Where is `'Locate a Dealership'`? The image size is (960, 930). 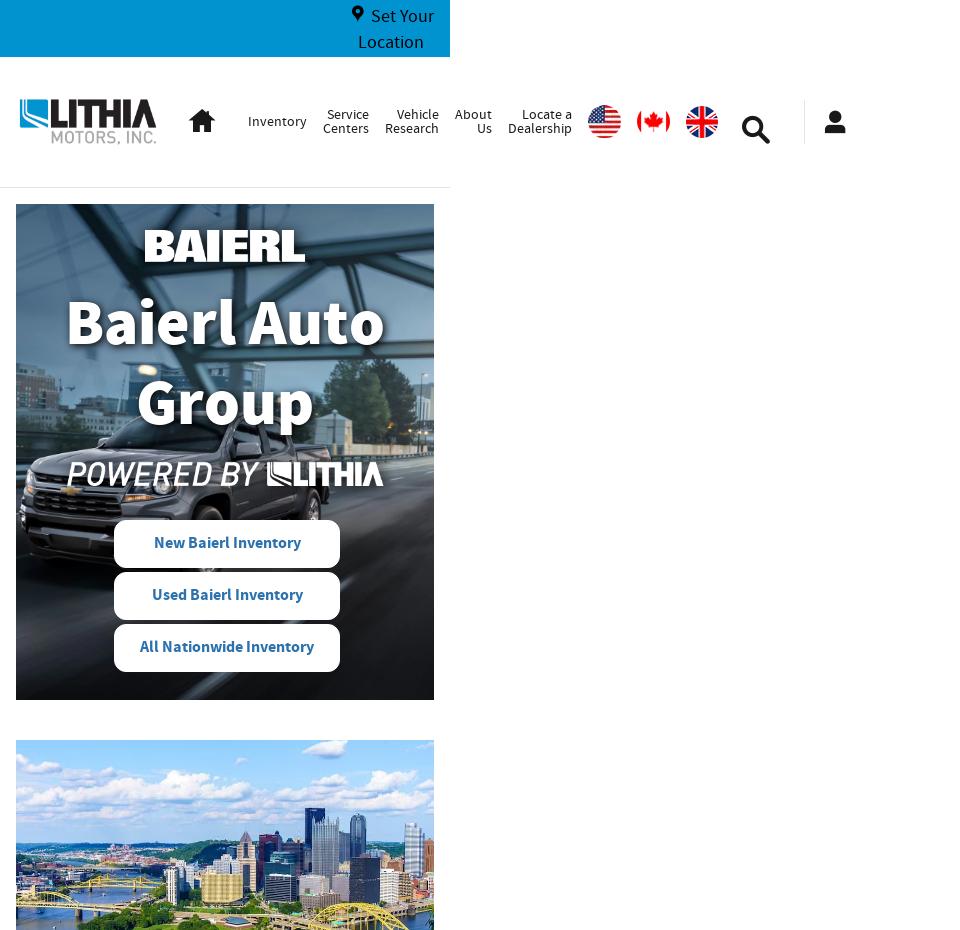
'Locate a Dealership' is located at coordinates (539, 120).